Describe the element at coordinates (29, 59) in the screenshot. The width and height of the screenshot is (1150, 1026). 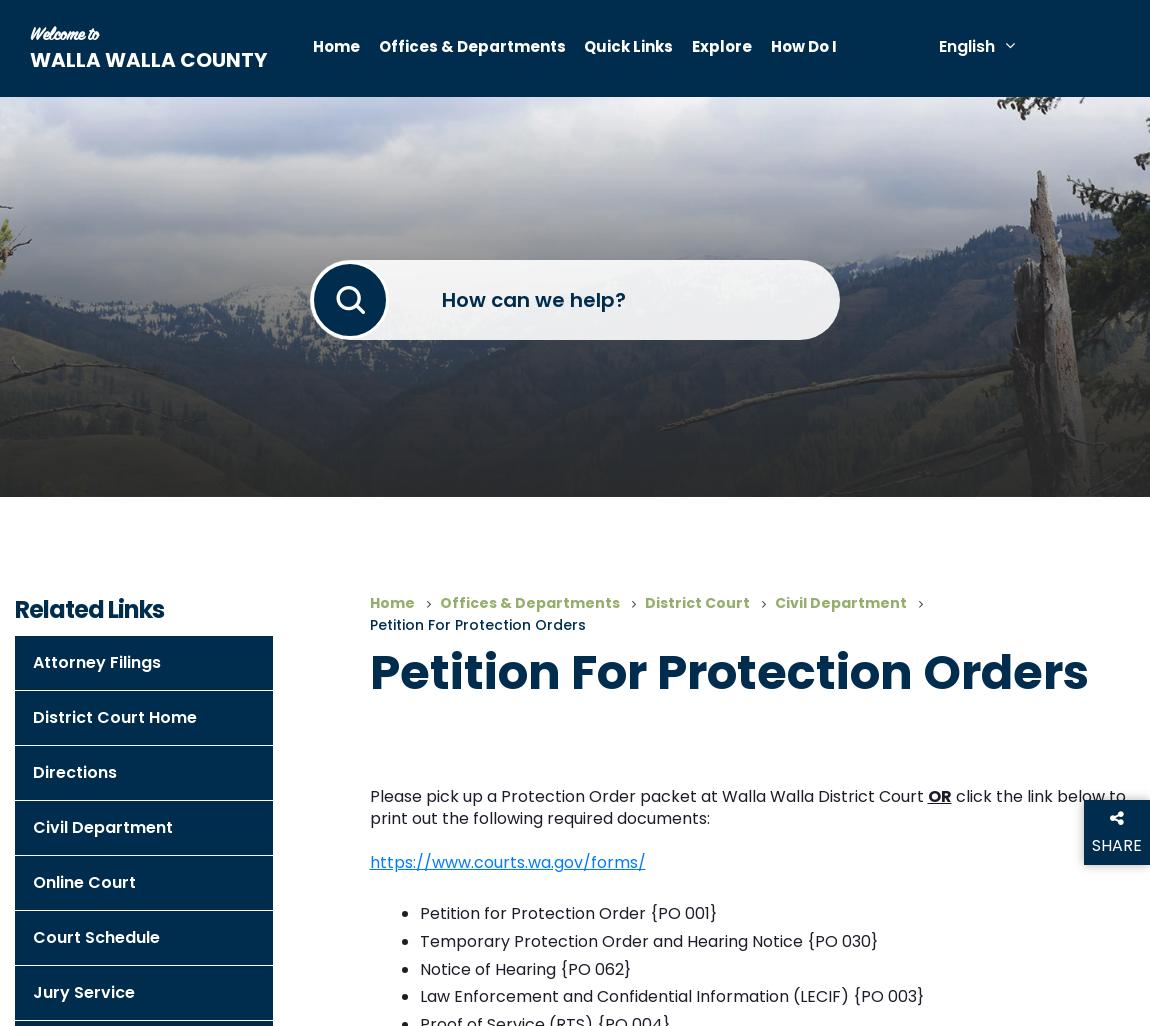
I see `'walla walla county'` at that location.